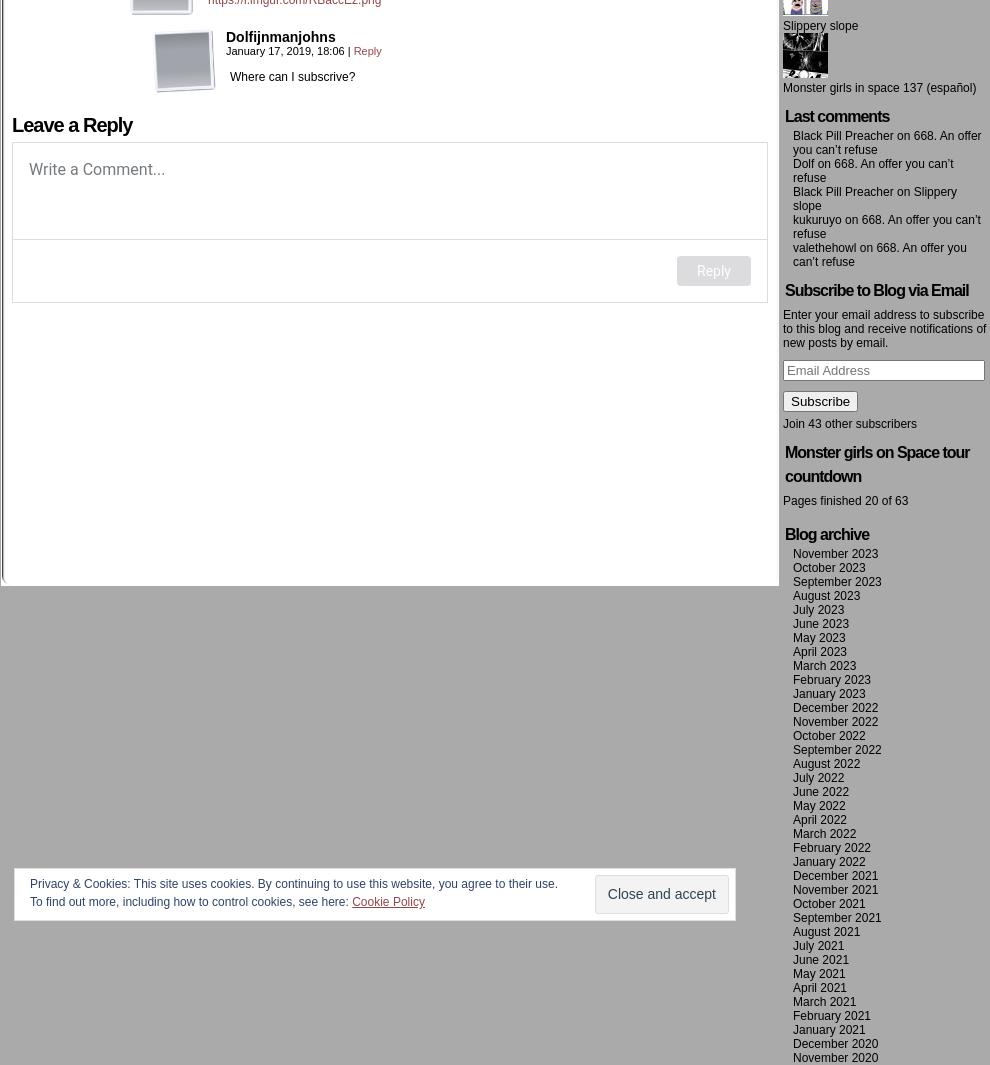 The width and height of the screenshot is (990, 1065). I want to click on 'September 2021', so click(836, 918).